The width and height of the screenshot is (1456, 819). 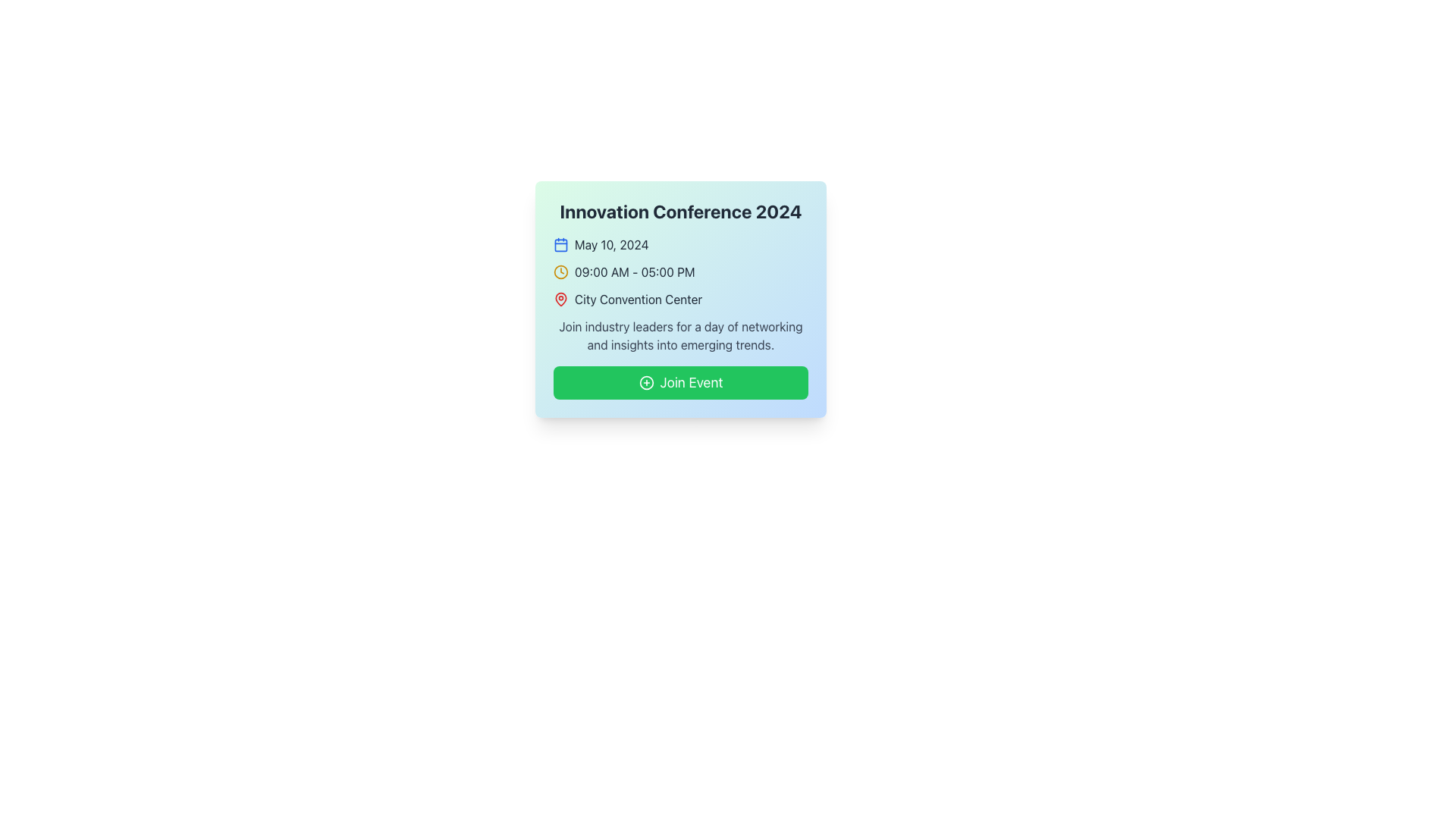 What do you see at coordinates (646, 382) in the screenshot?
I see `the circular icon with a green border and white inner area located at the center of the 'Join Event' button, which is positioned at the bottom of the event information card` at bounding box center [646, 382].